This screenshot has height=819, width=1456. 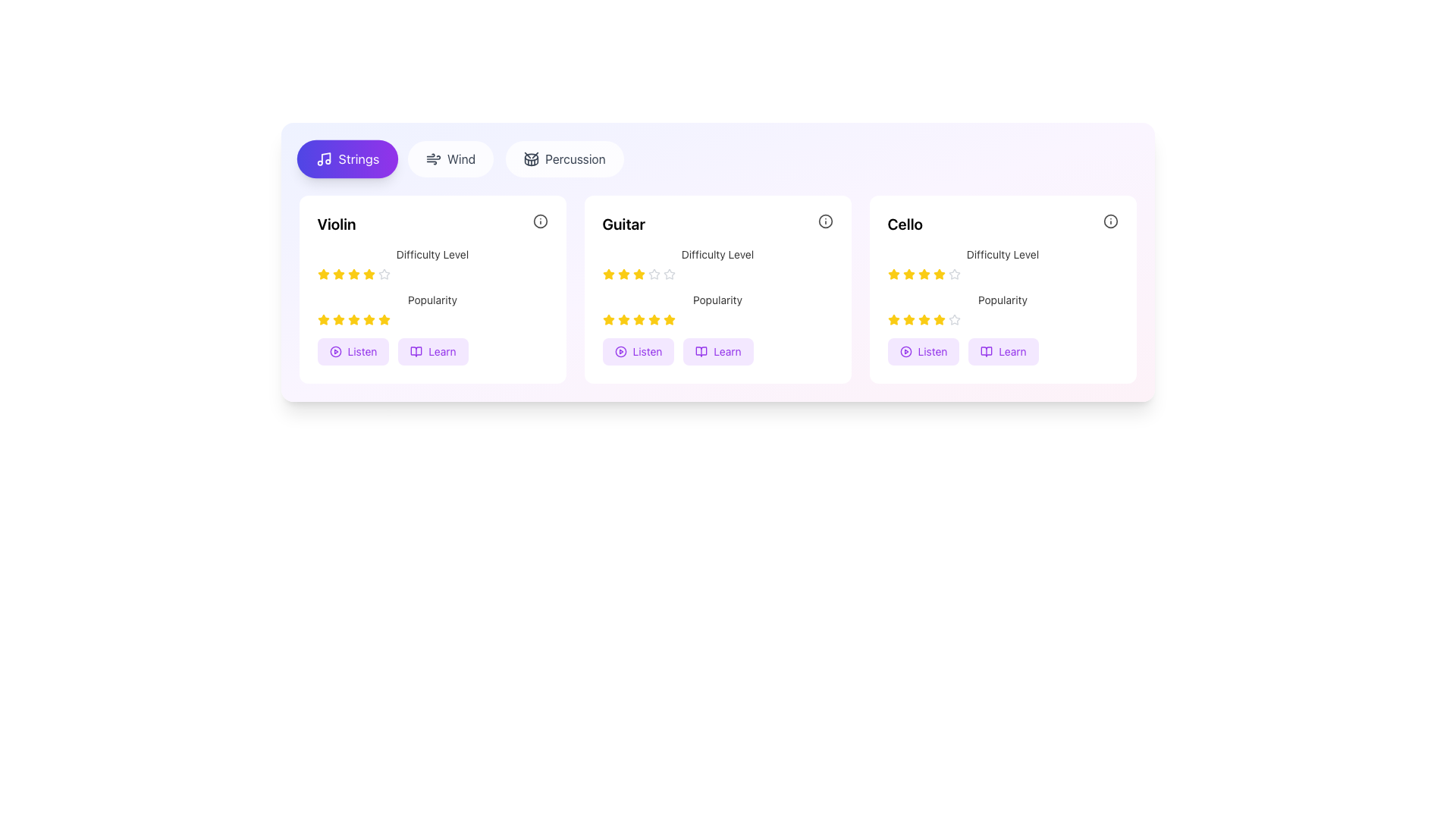 What do you see at coordinates (639, 275) in the screenshot?
I see `the fourth star icon in the rating system for the 'Guitar' card, which is styled with a yellow fill and outlines, representing the 'Difficulty Level'` at bounding box center [639, 275].